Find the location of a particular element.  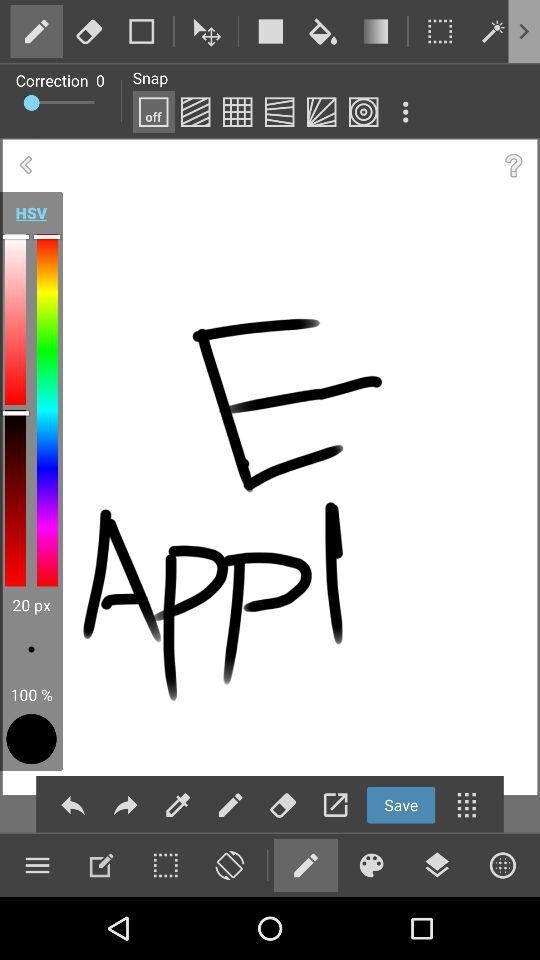

switch crop option is located at coordinates (440, 30).